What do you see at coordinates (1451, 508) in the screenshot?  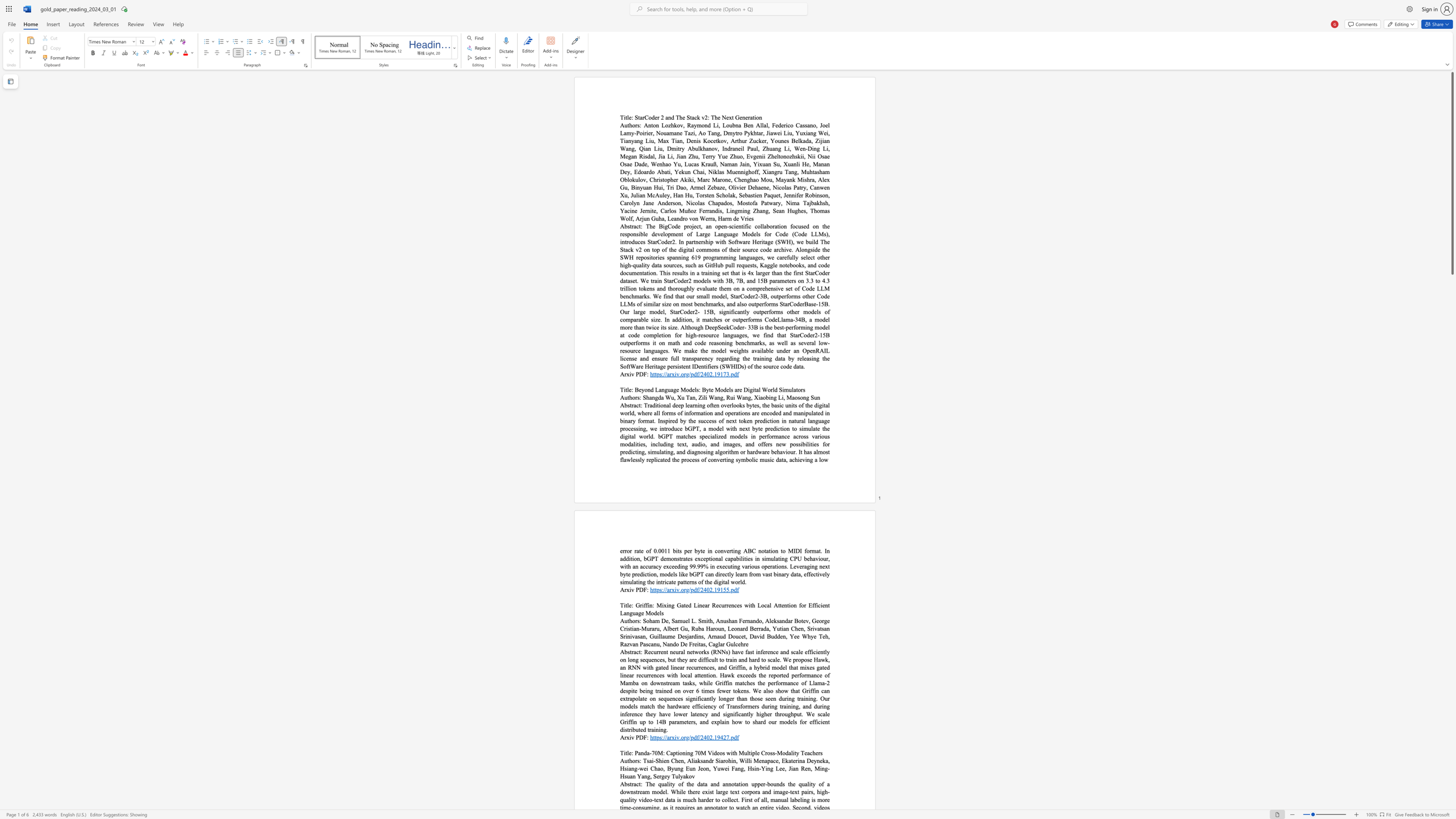 I see `the scrollbar on the right to move the page downward` at bounding box center [1451, 508].